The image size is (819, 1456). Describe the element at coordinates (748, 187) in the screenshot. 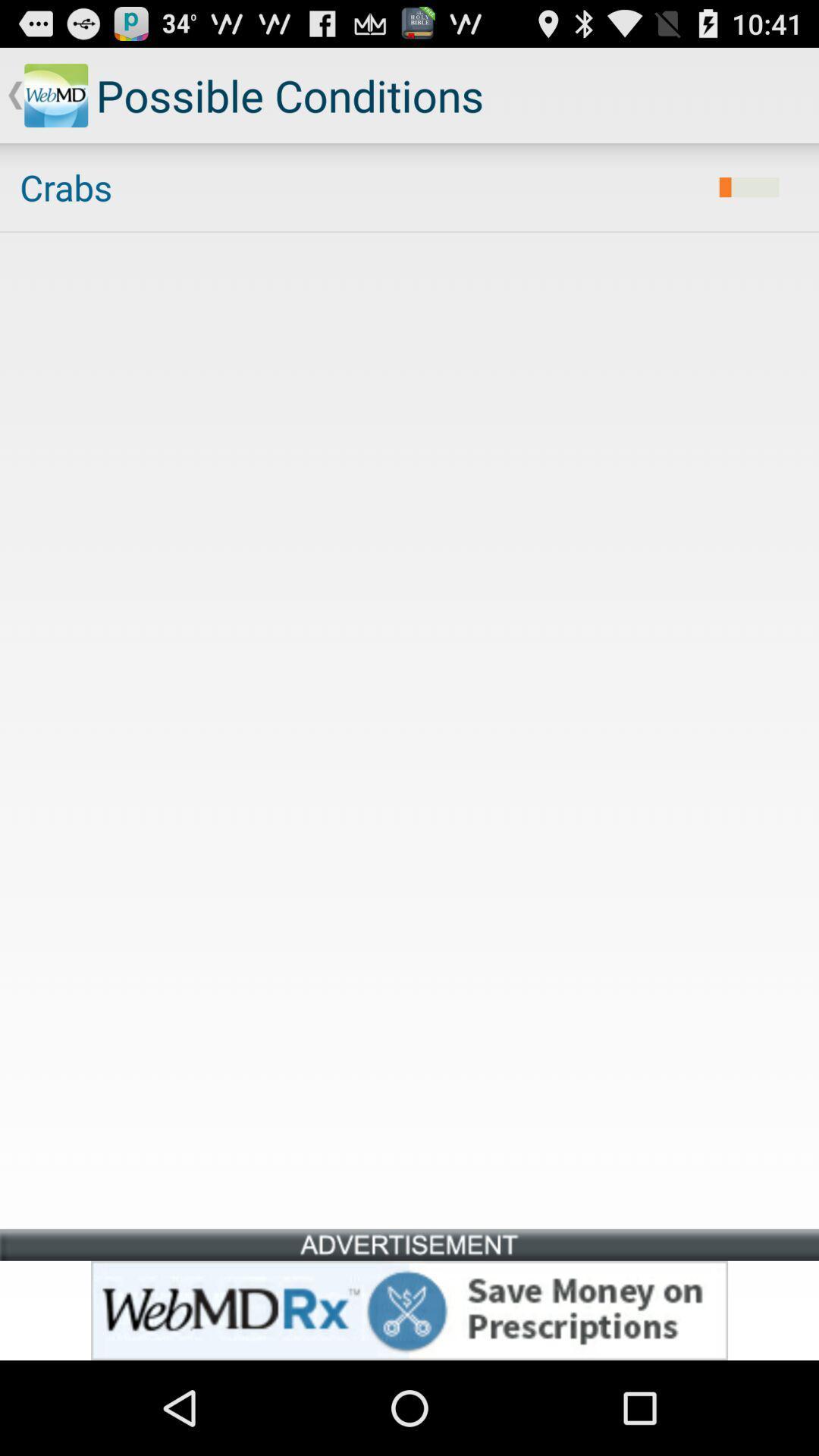

I see `item next to the crabs item` at that location.